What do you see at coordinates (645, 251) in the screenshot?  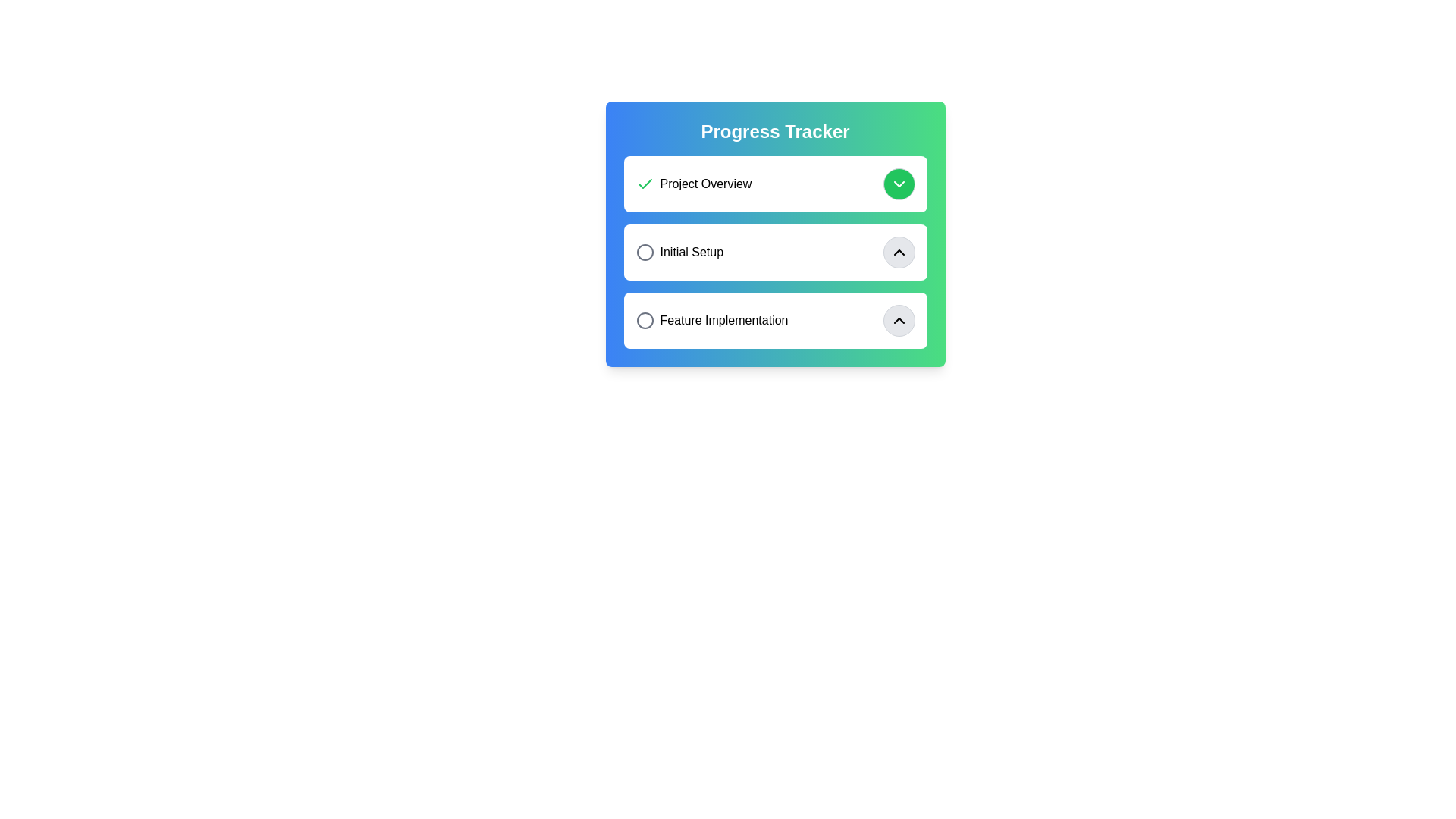 I see `the circular SVG graphic with a gray border located next to the 'Initial Setup' text under the 'Progress Tracker' heading` at bounding box center [645, 251].